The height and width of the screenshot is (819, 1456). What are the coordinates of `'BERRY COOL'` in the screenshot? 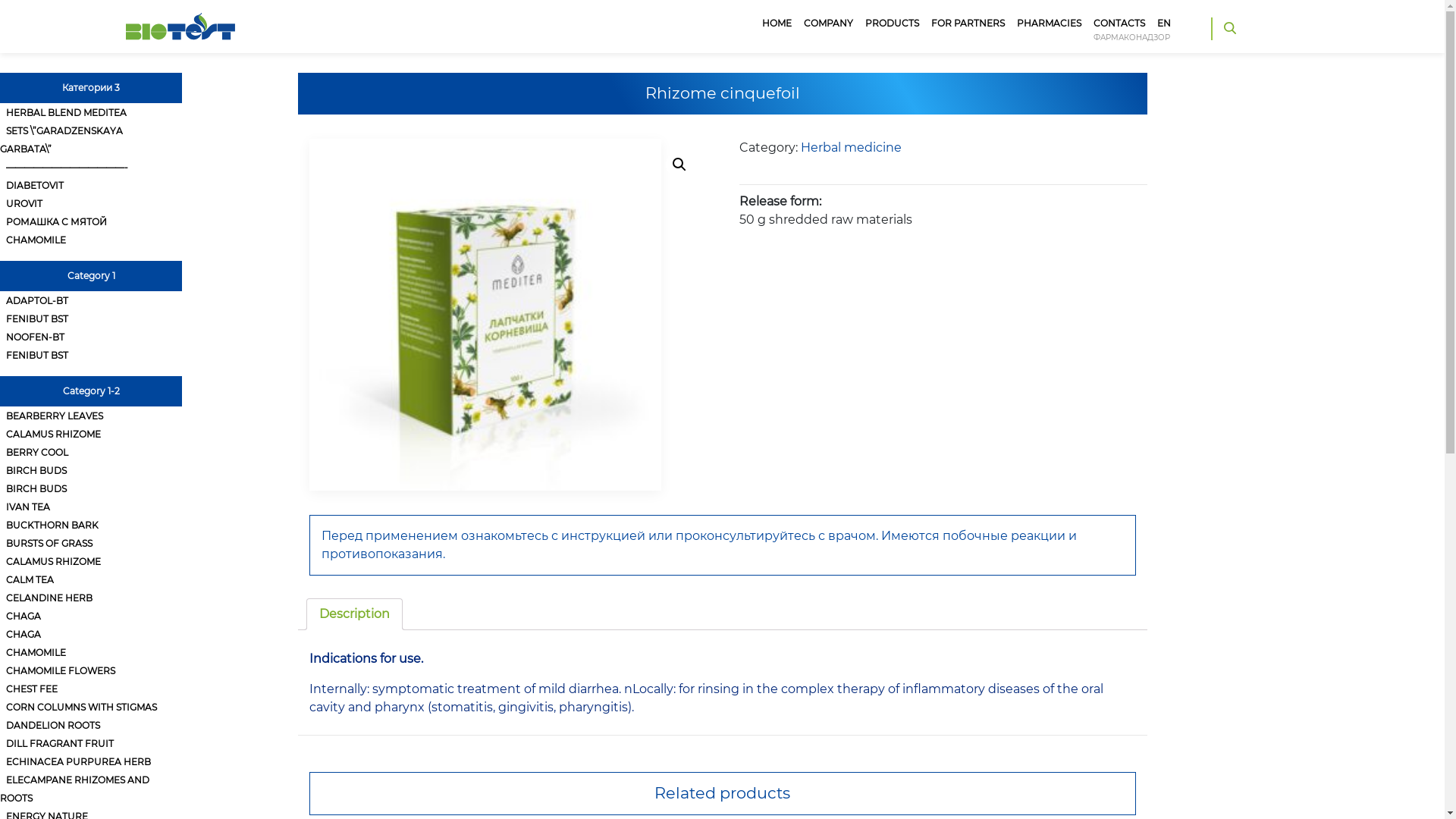 It's located at (36, 451).